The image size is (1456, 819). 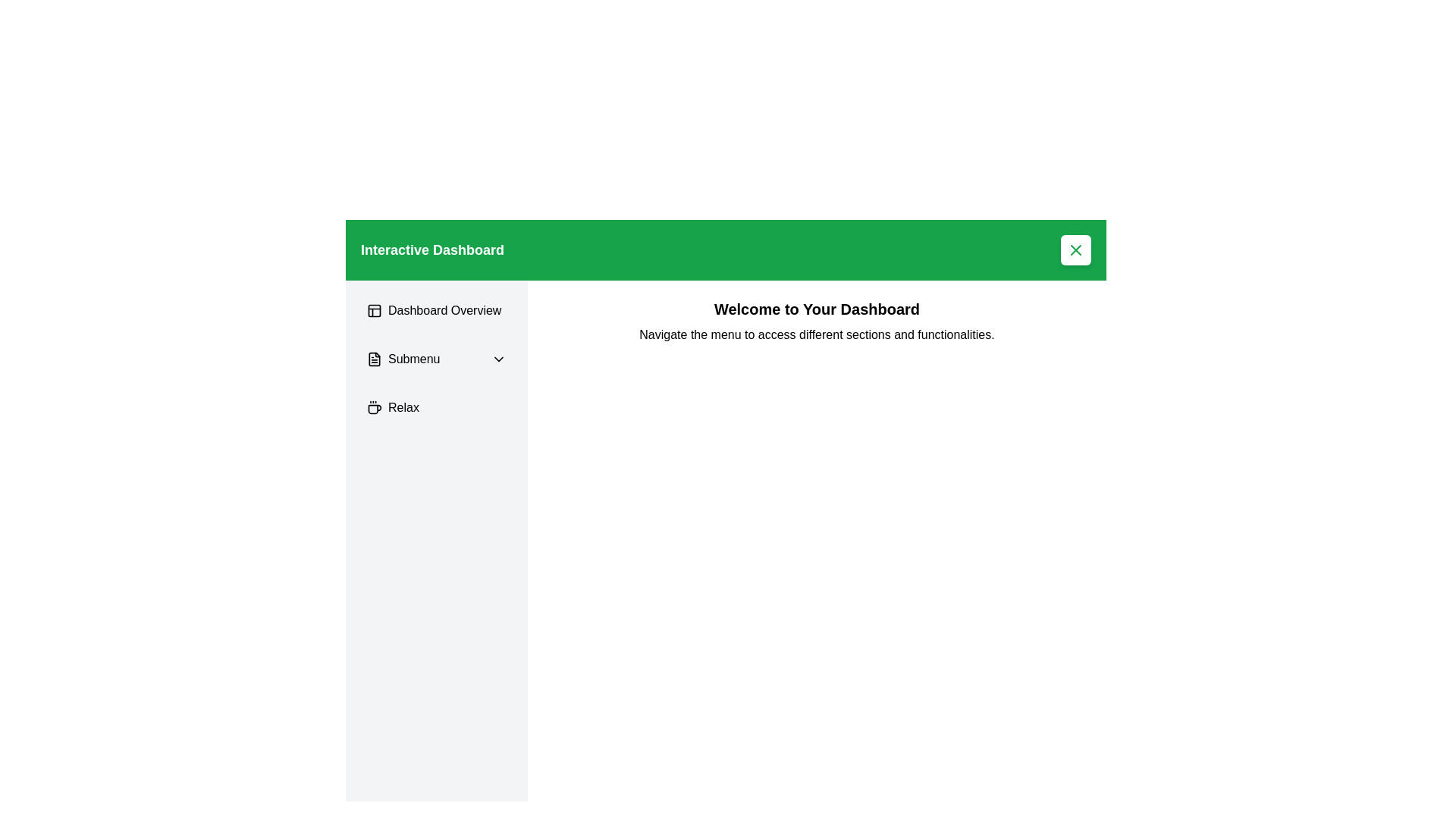 I want to click on the small square button with a green 'X' symbol located at the top-right corner of the green header bar next to 'Interactive Dashboard', so click(x=1075, y=249).